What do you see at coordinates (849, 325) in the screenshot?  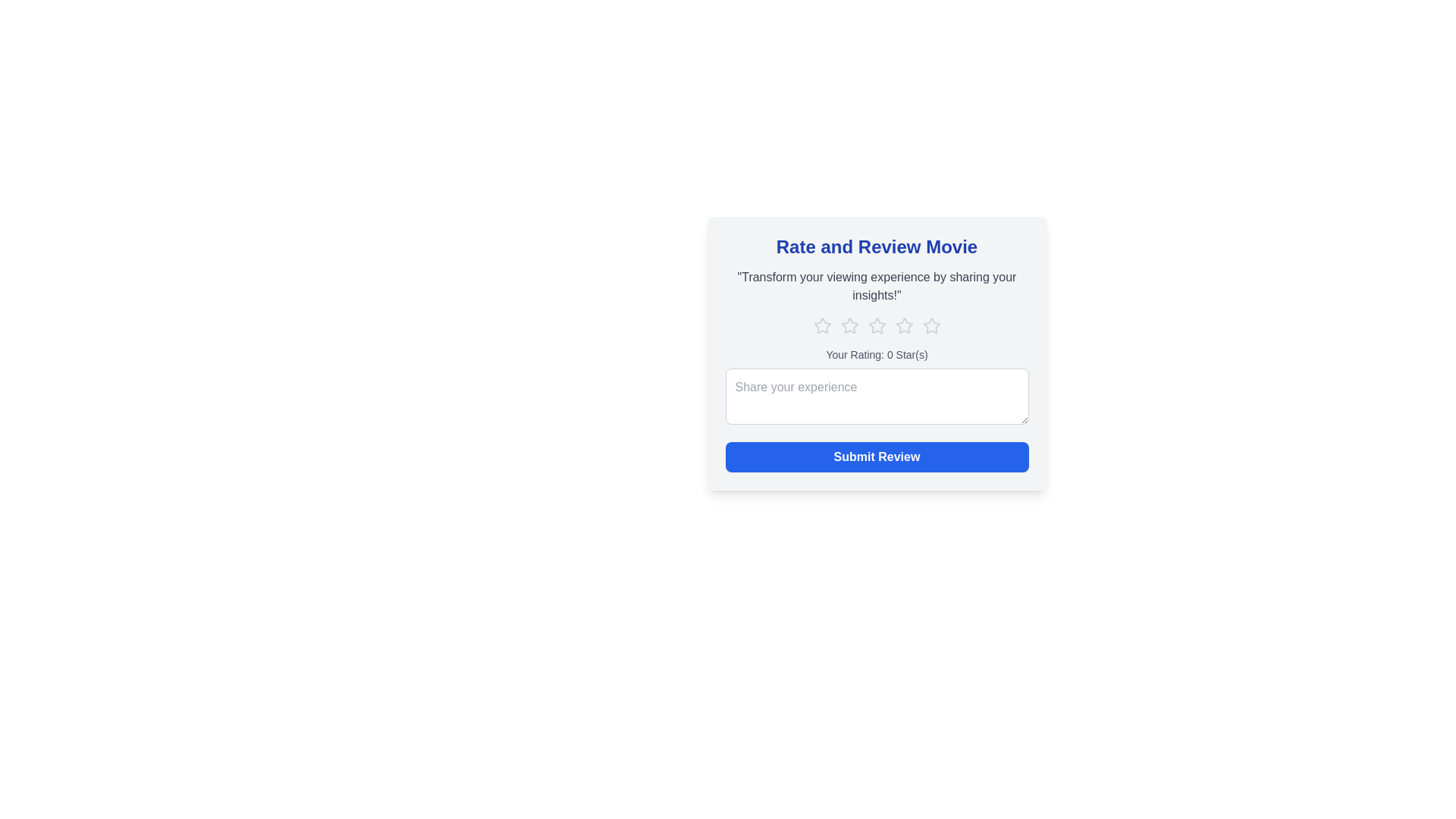 I see `the star corresponding to 2 to set the movie rating` at bounding box center [849, 325].